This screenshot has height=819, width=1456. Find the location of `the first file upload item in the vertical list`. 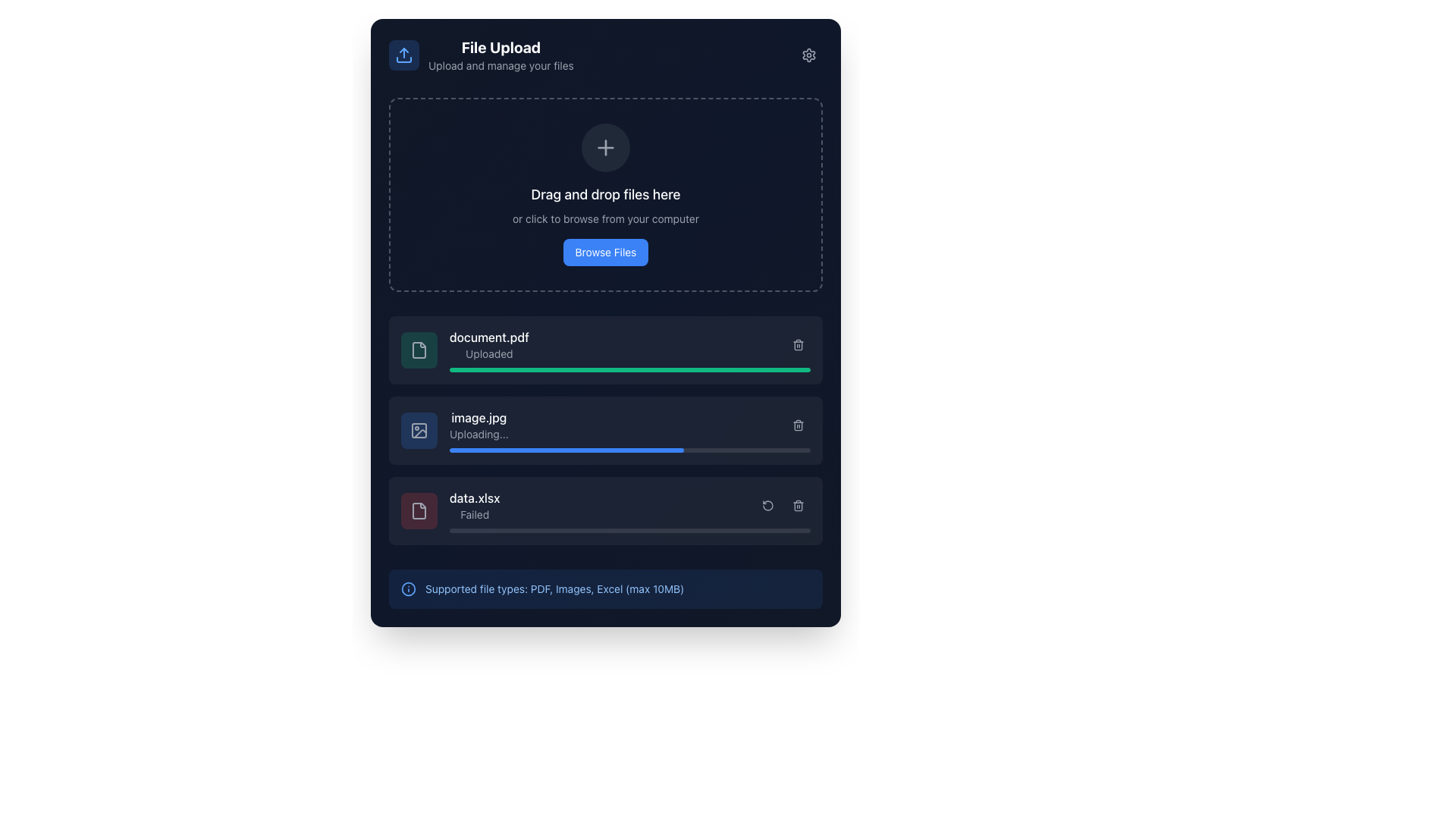

the first file upload item in the vertical list is located at coordinates (604, 350).